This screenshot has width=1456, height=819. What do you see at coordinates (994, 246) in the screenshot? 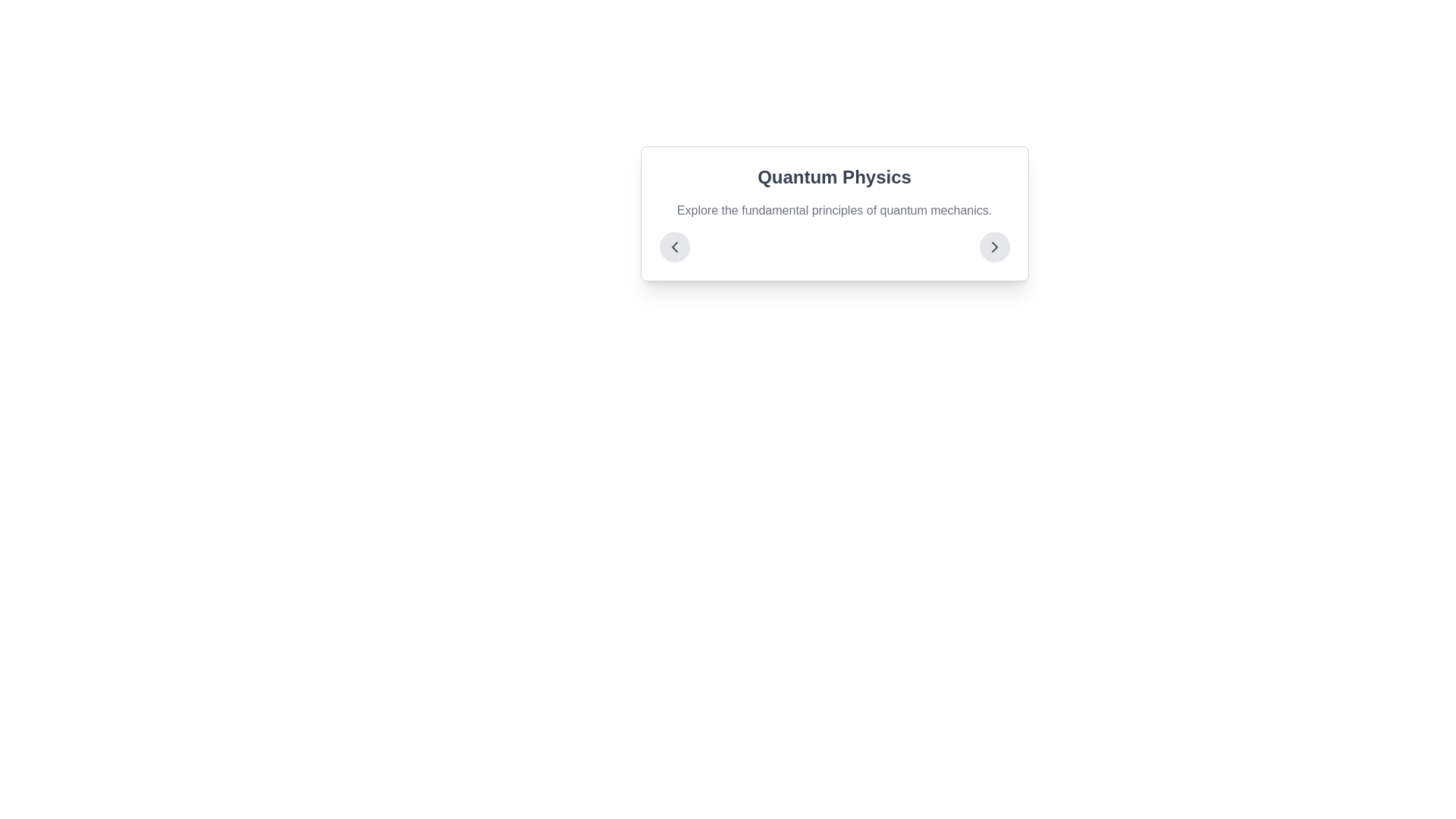
I see `the right-chevron icon within the circular button located on the right side of the interface, indicating forward motion for navigation` at bounding box center [994, 246].